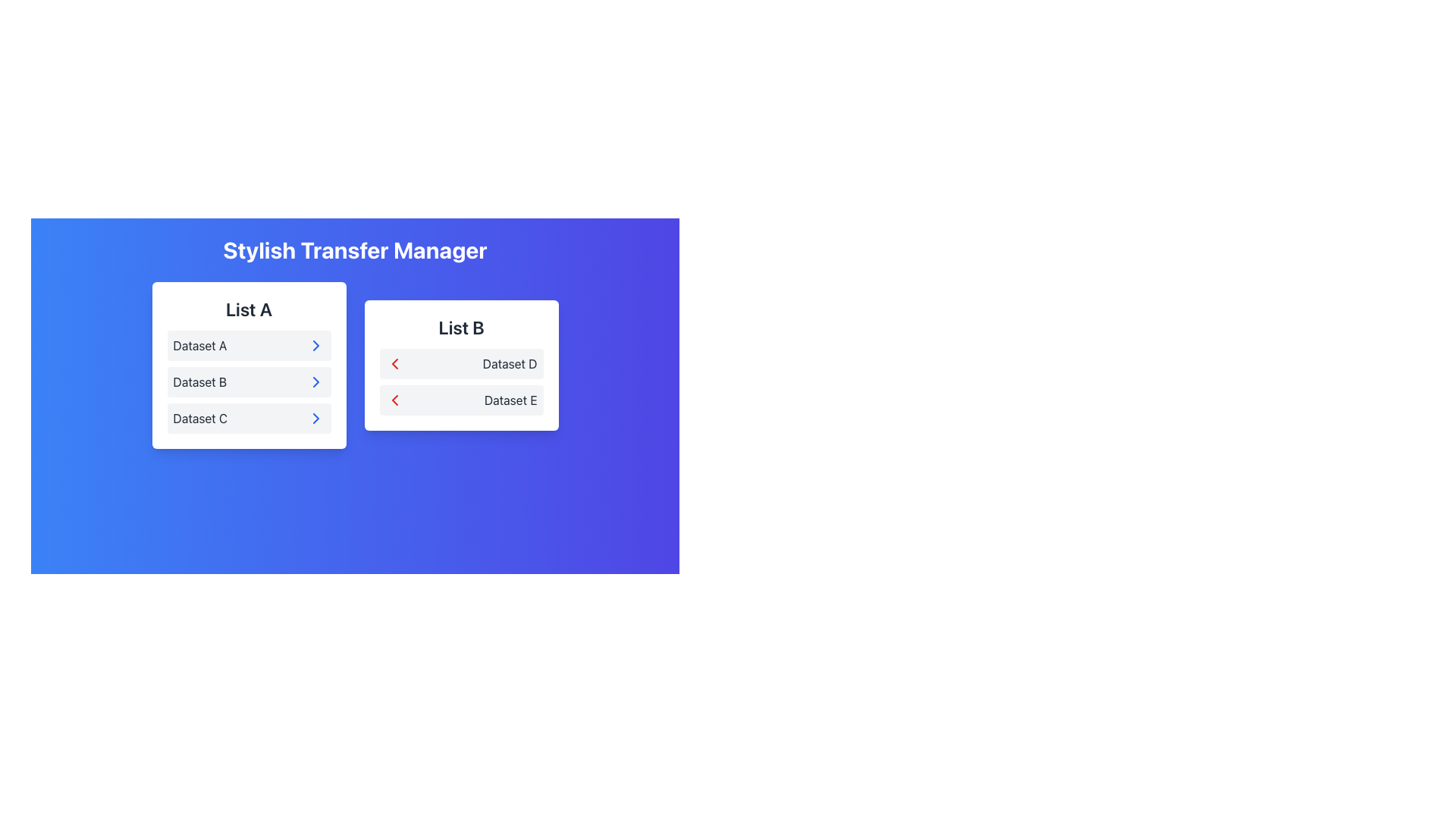  Describe the element at coordinates (315, 418) in the screenshot. I see `the interactive button located to the right of 'Dataset C'` at that location.